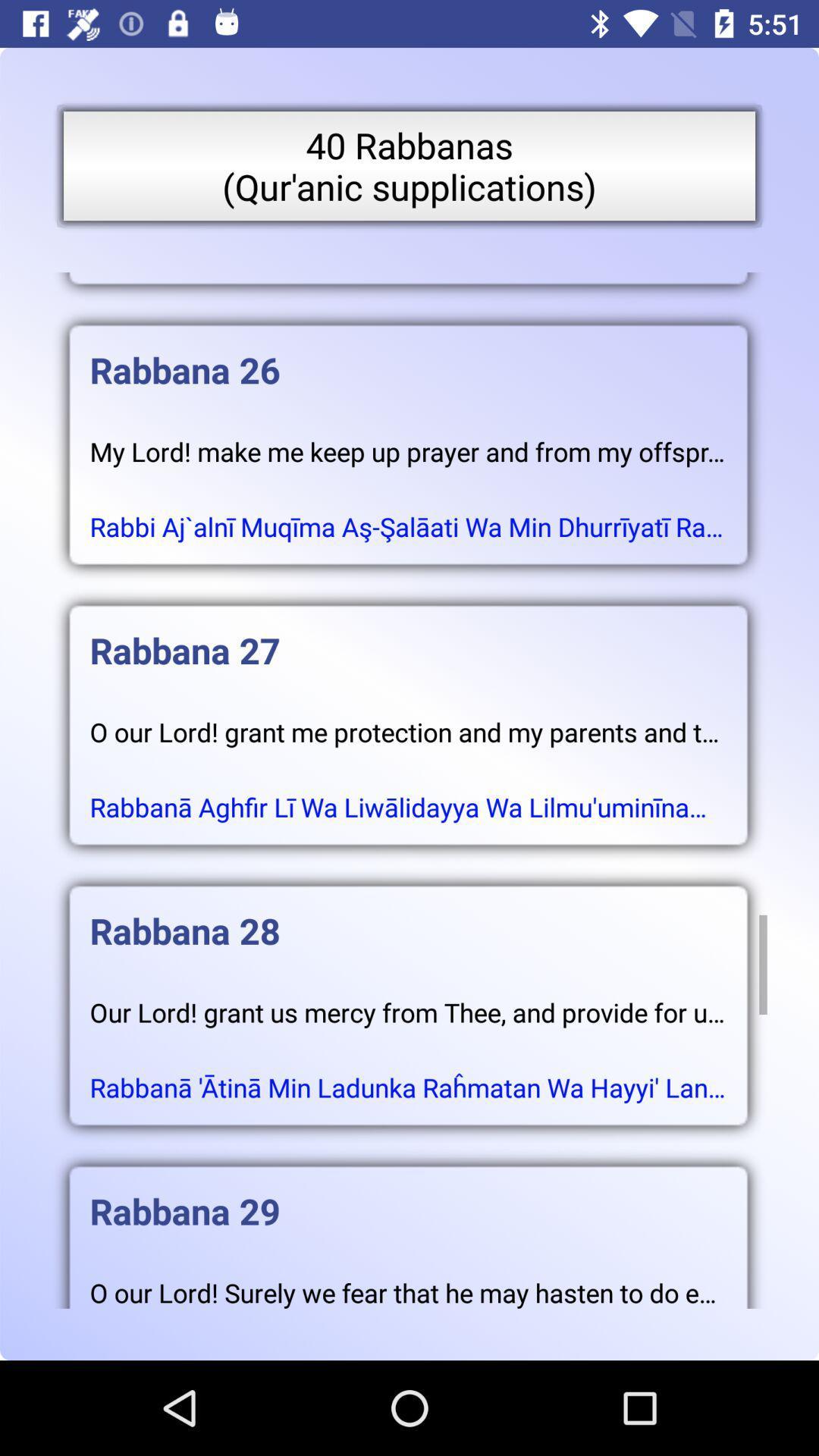 Image resolution: width=819 pixels, height=1456 pixels. I want to click on the rabbana 27 icon, so click(407, 635).